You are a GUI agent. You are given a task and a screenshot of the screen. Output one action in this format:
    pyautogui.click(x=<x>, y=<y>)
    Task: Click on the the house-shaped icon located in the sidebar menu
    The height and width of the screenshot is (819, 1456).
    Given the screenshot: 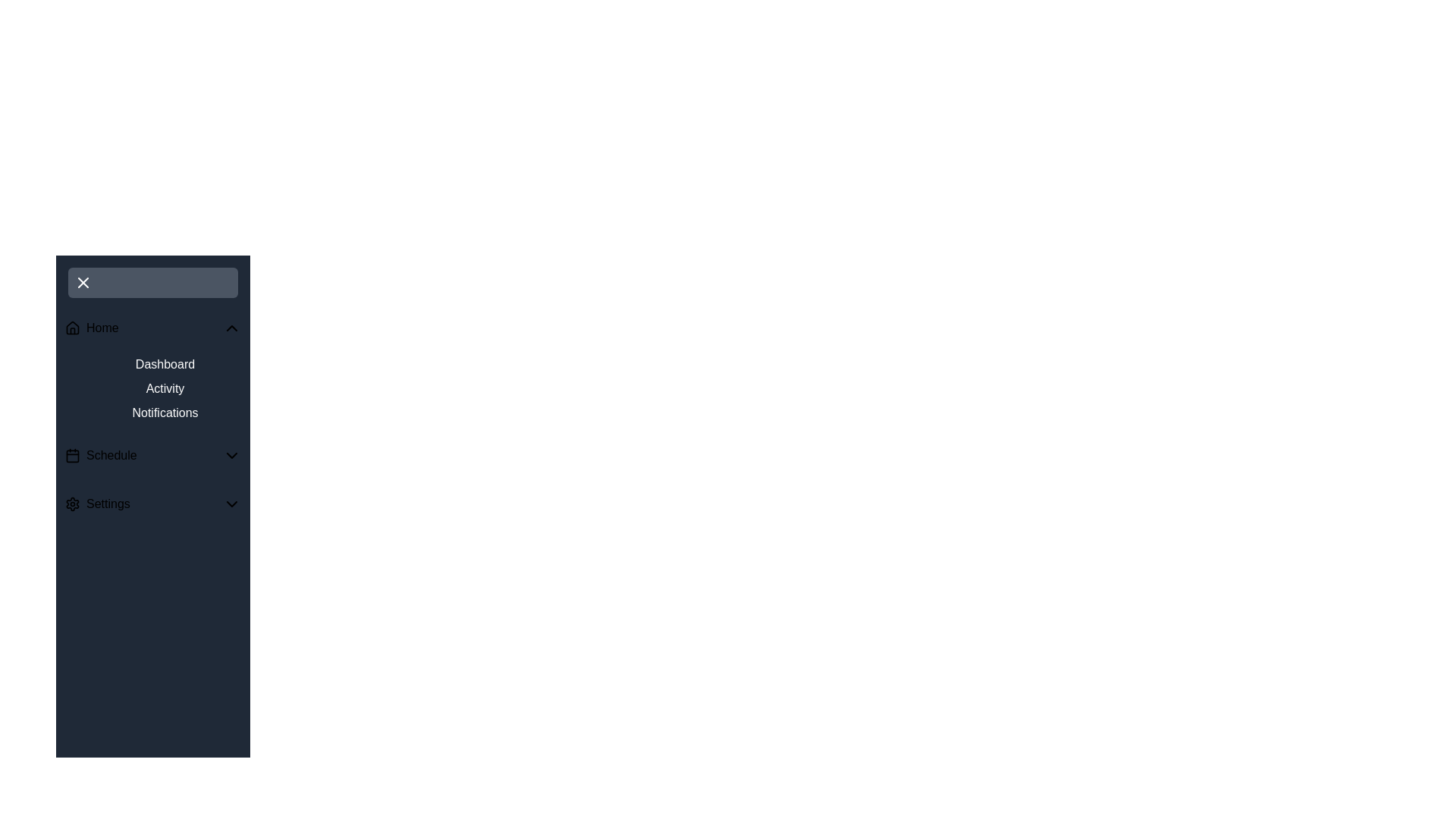 What is the action you would take?
    pyautogui.click(x=72, y=327)
    